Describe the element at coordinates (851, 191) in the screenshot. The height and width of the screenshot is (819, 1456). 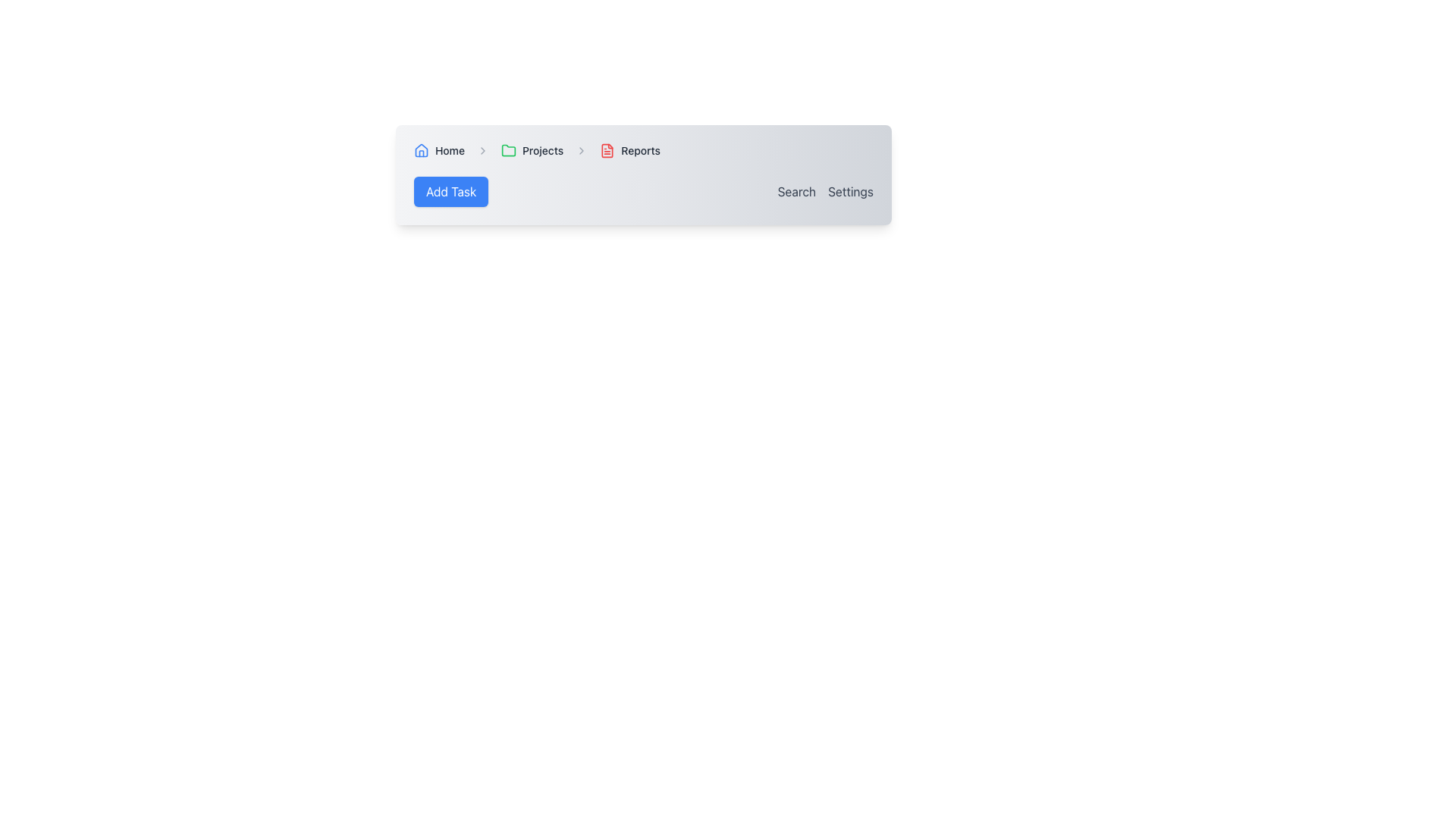
I see `the 'Settings' text label located at the far-right next to the 'Search' item` at that location.